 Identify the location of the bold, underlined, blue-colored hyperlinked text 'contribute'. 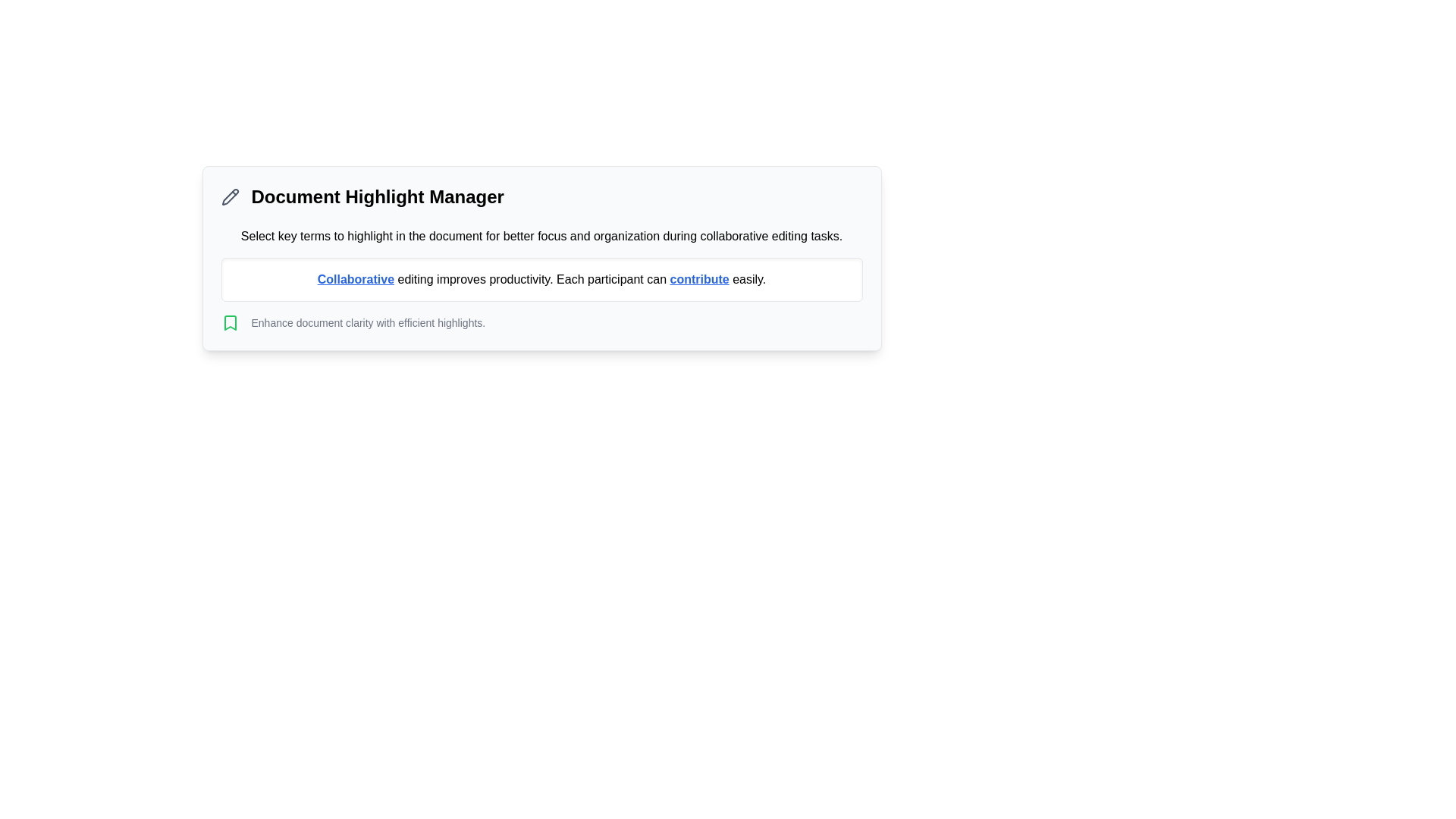
(698, 279).